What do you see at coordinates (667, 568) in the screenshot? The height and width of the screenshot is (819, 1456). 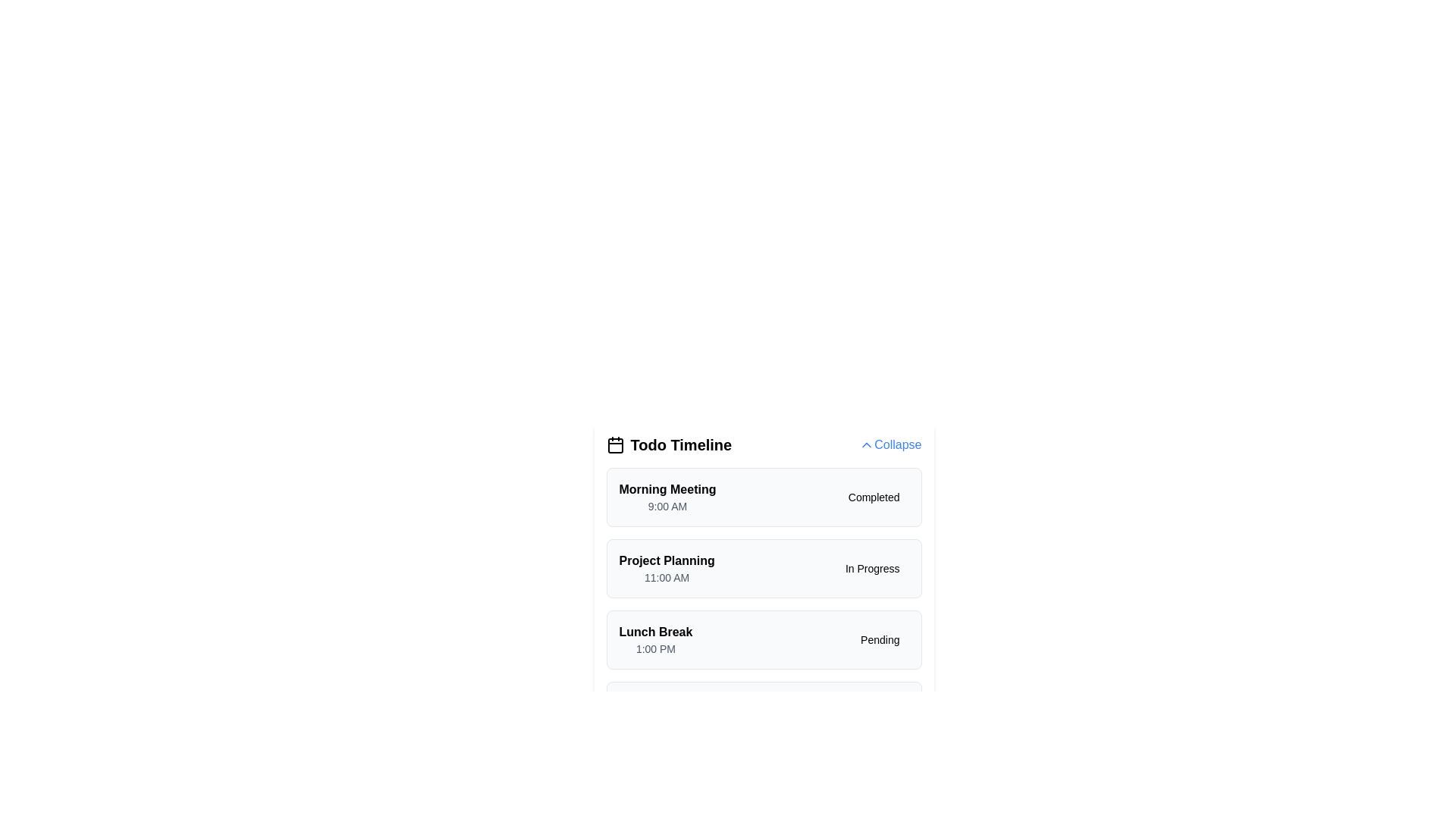 I see `the task title and subtitle displayed in the second card of the todo timeline` at bounding box center [667, 568].